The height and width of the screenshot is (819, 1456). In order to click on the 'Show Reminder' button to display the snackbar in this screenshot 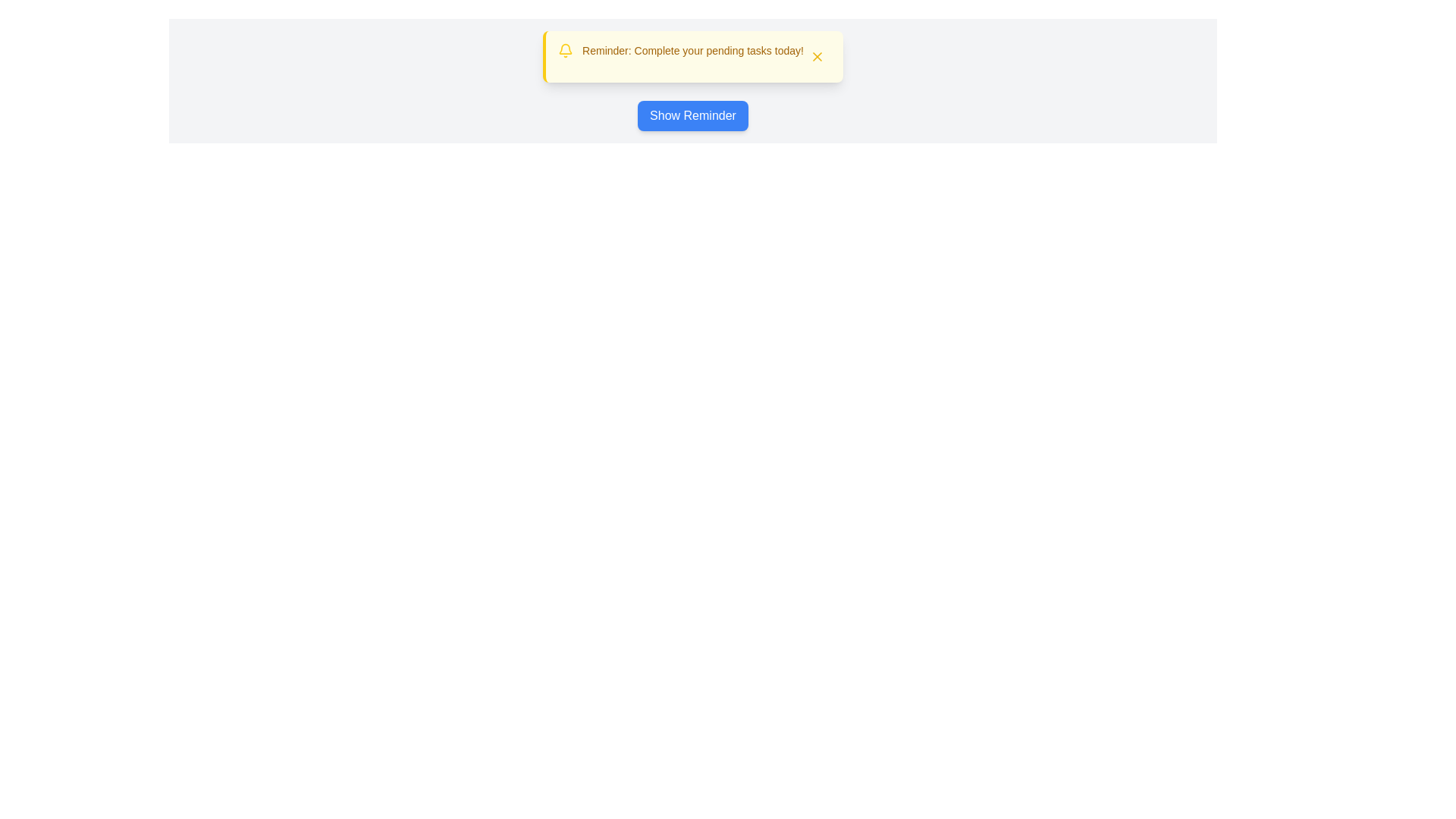, I will do `click(692, 115)`.